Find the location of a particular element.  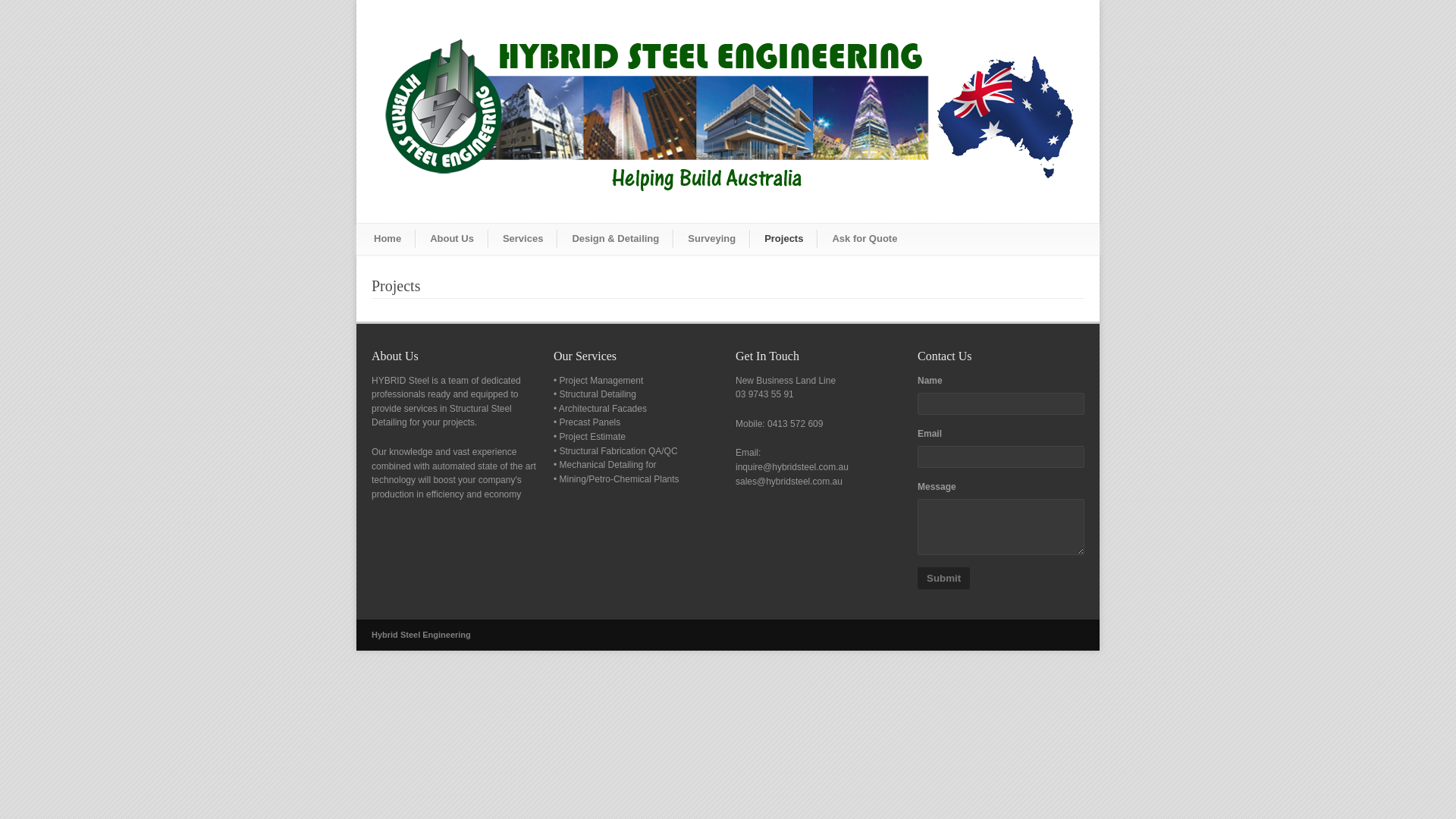

'Home' is located at coordinates (388, 239).